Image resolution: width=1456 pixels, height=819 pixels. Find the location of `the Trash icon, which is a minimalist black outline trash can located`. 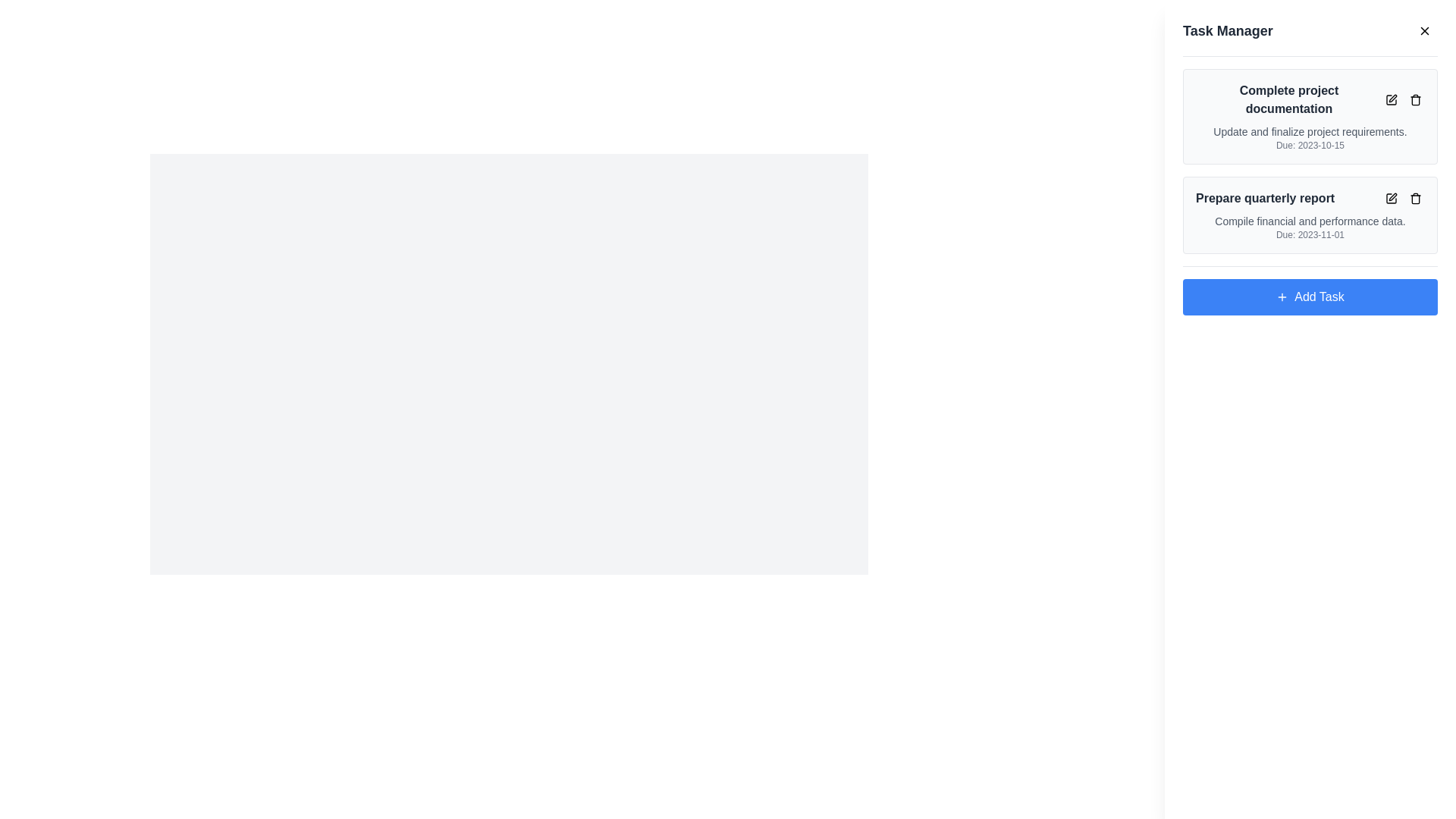

the Trash icon, which is a minimalist black outline trash can located is located at coordinates (1415, 99).